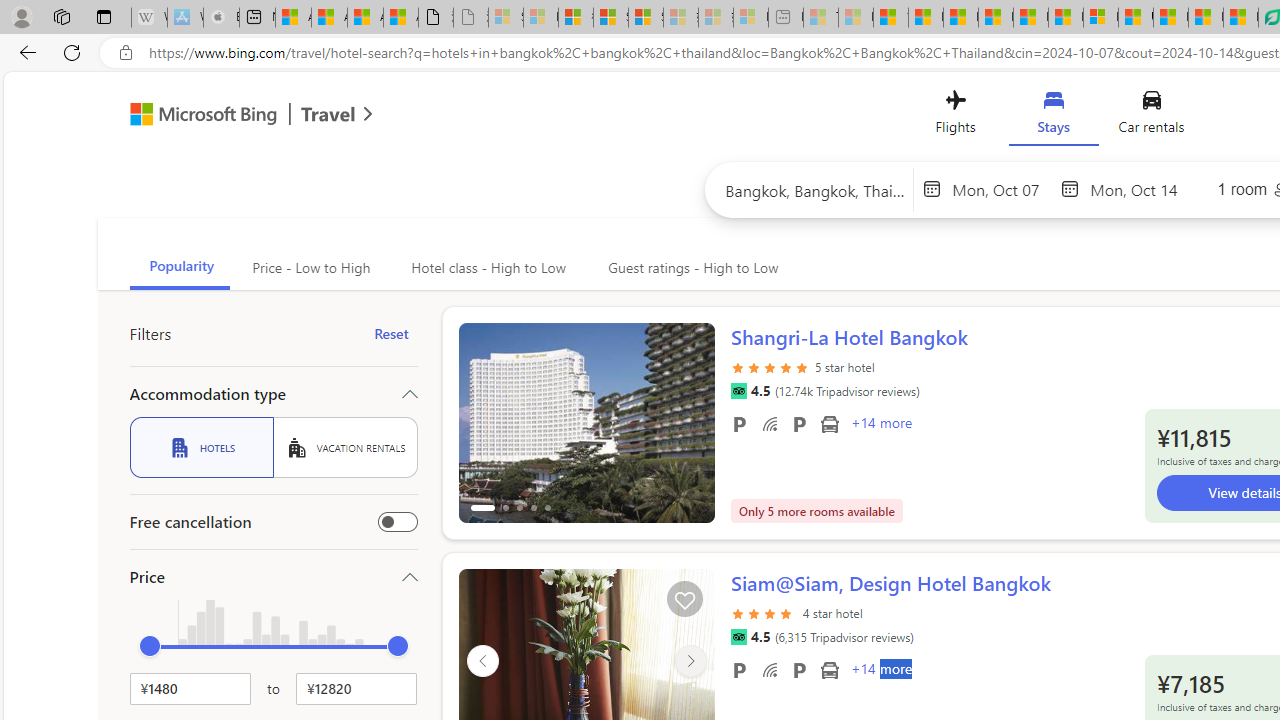  I want to click on 'HOTELS', so click(201, 446).